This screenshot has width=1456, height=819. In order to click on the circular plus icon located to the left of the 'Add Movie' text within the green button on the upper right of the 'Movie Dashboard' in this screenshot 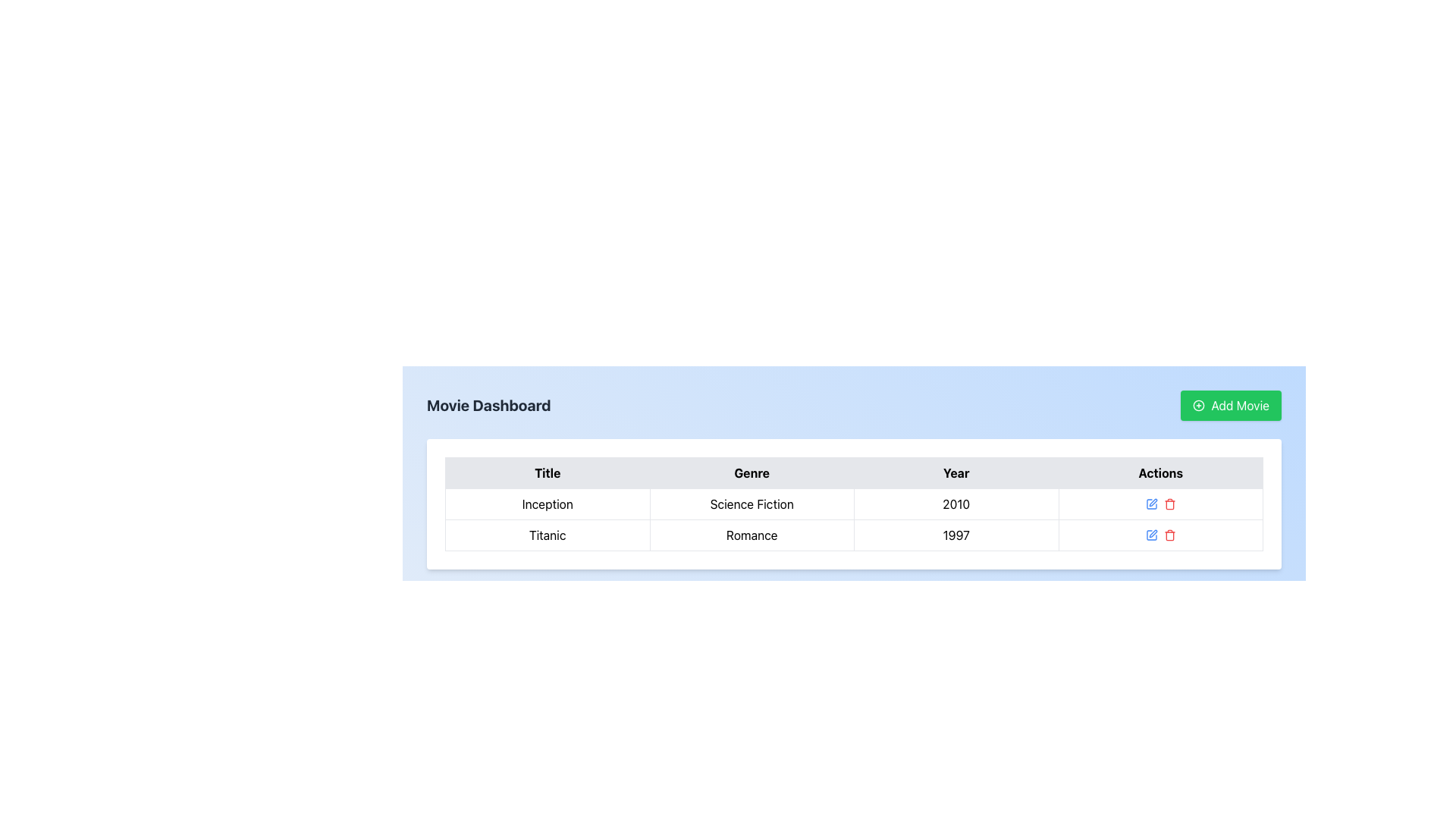, I will do `click(1198, 405)`.